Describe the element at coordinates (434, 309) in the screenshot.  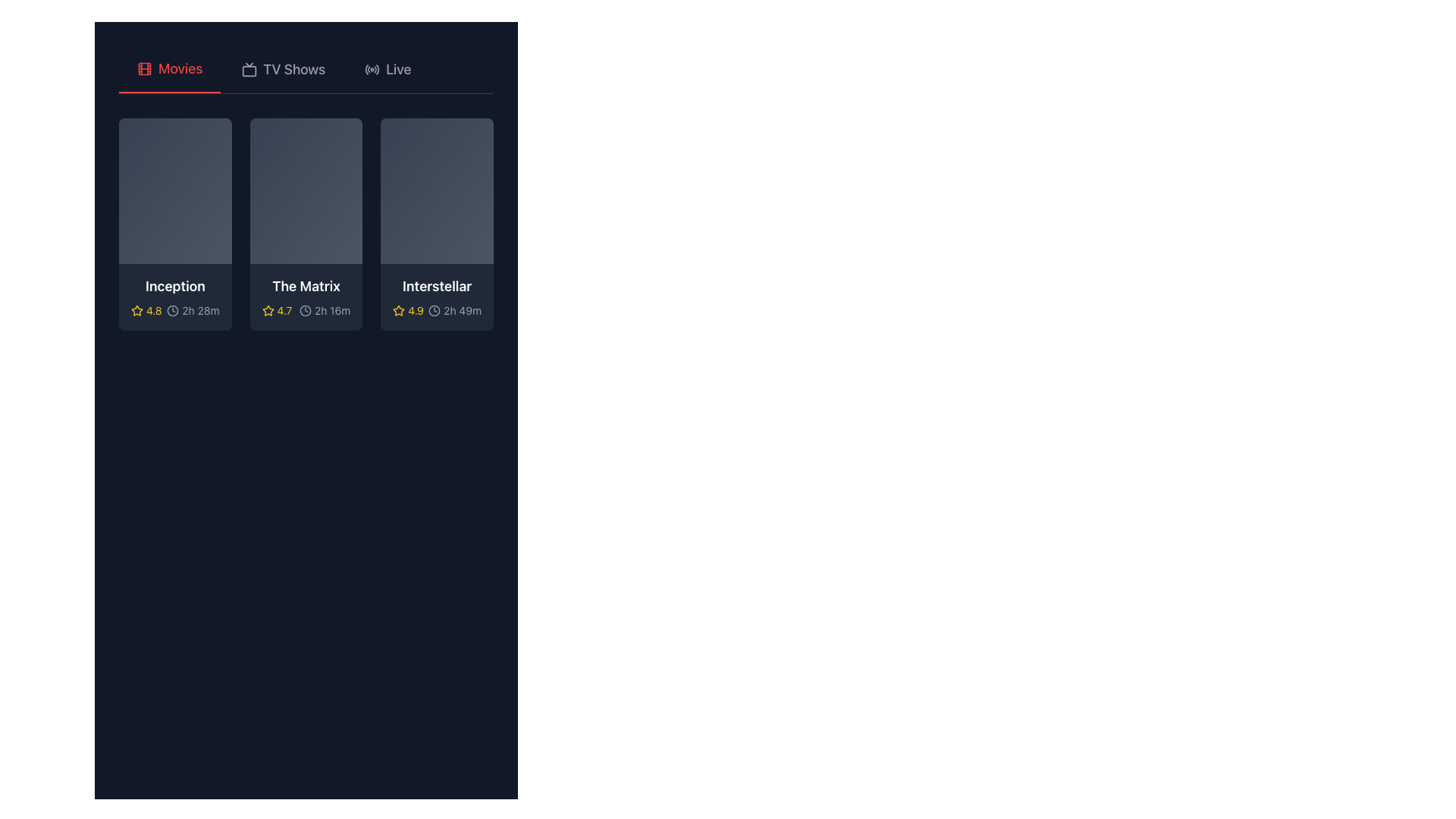
I see `the clock-like icon representing the duration of the movie 'Interstellar', located to the left of the text '2h 49m' and following the rating icon '4.9'` at that location.